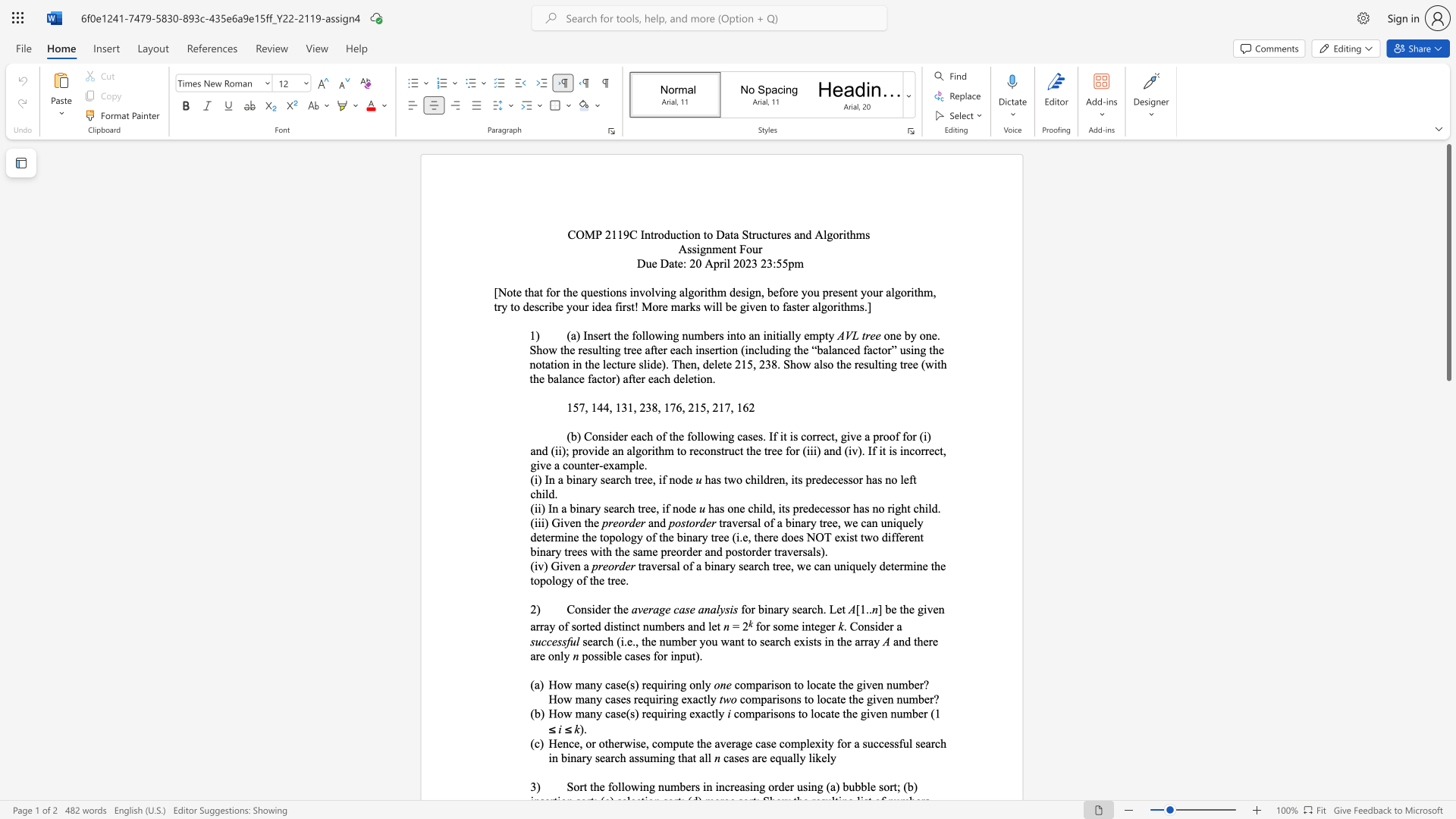 This screenshot has height=819, width=1456. Describe the element at coordinates (538, 566) in the screenshot. I see `the subset text "v) Giv" within the text "(iv) Given a"` at that location.